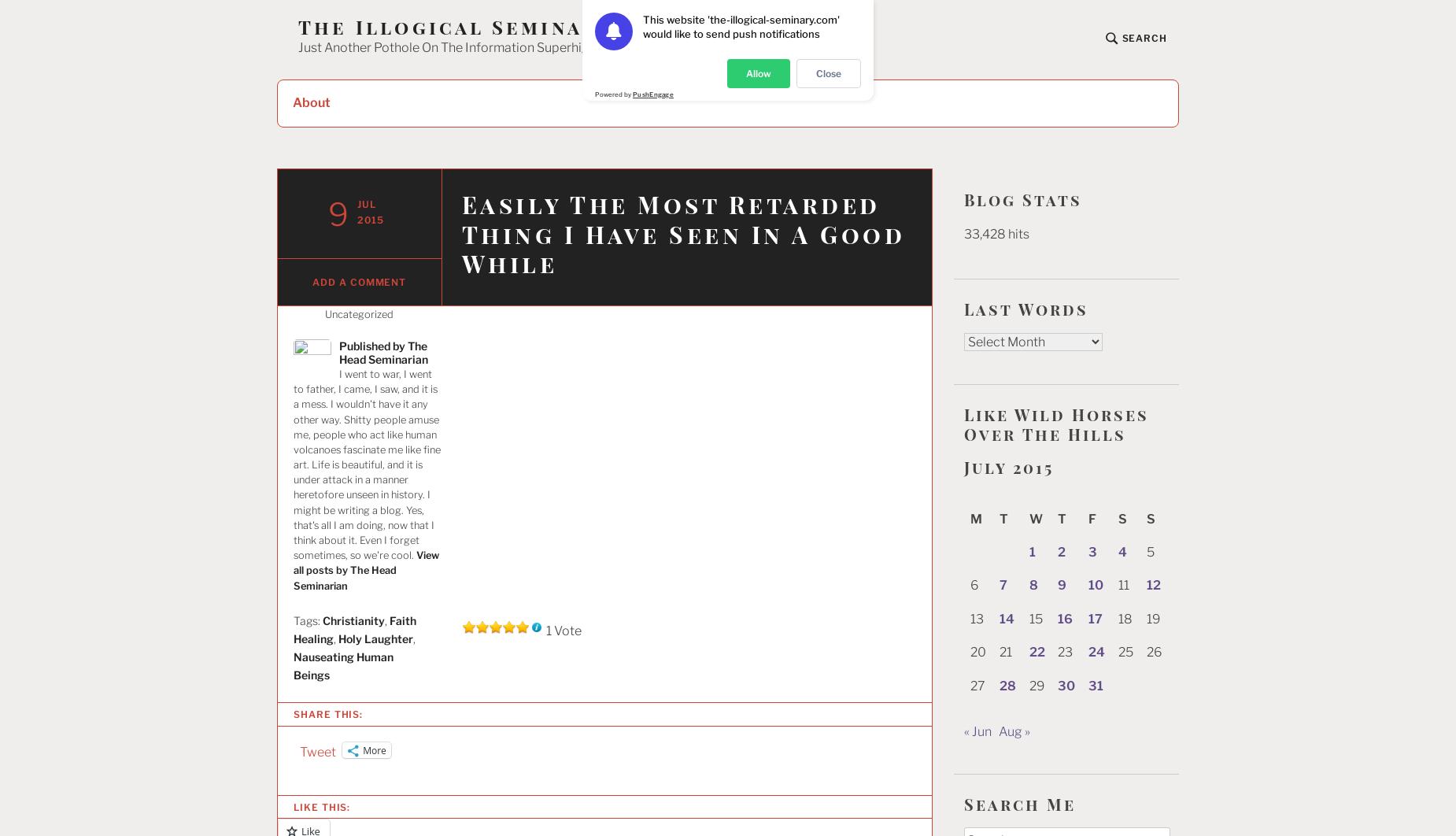  Describe the element at coordinates (1030, 552) in the screenshot. I see `'1'` at that location.